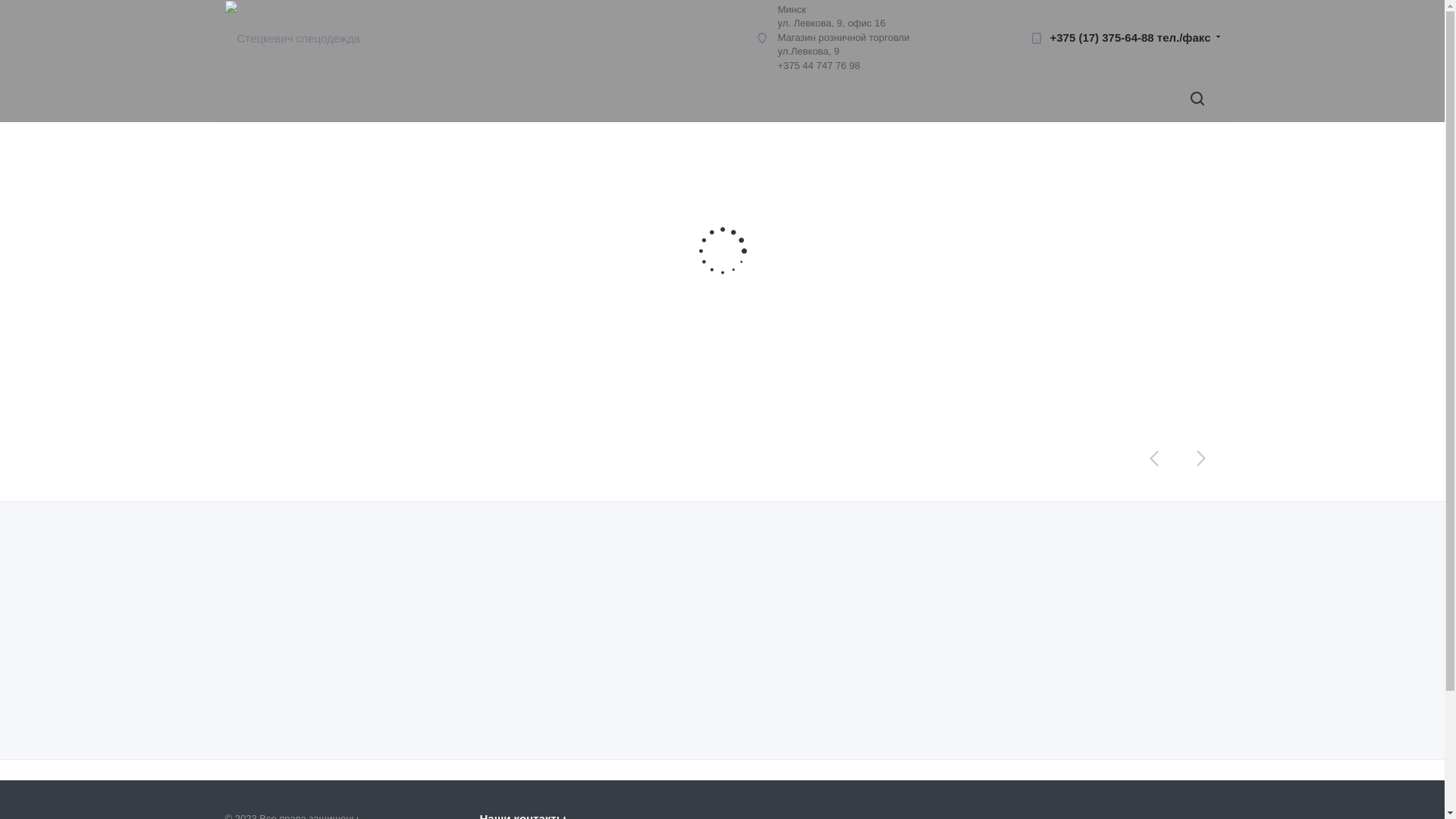  I want to click on 'Prev', so click(1153, 457).